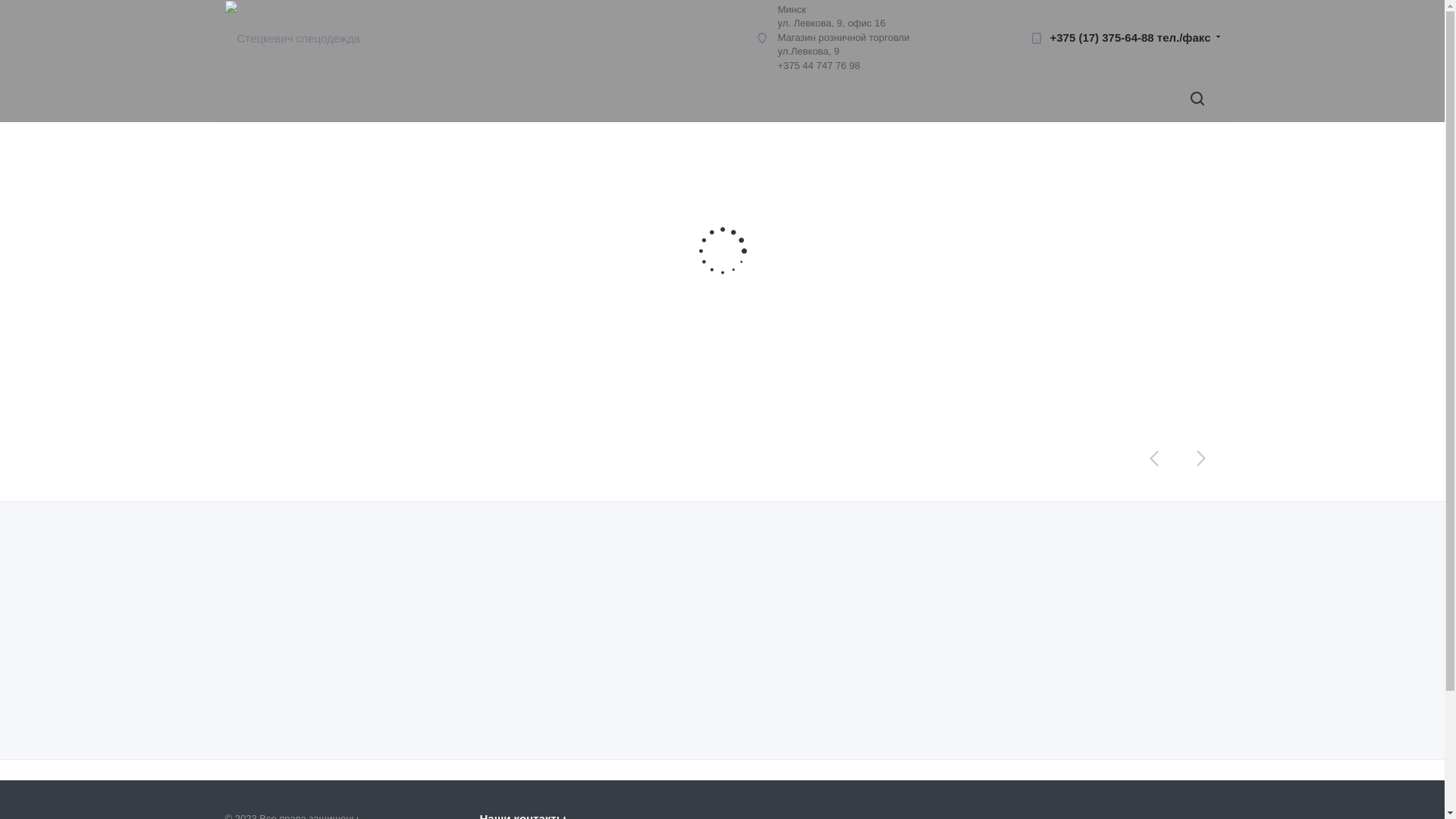  I want to click on 'Prev', so click(1153, 457).